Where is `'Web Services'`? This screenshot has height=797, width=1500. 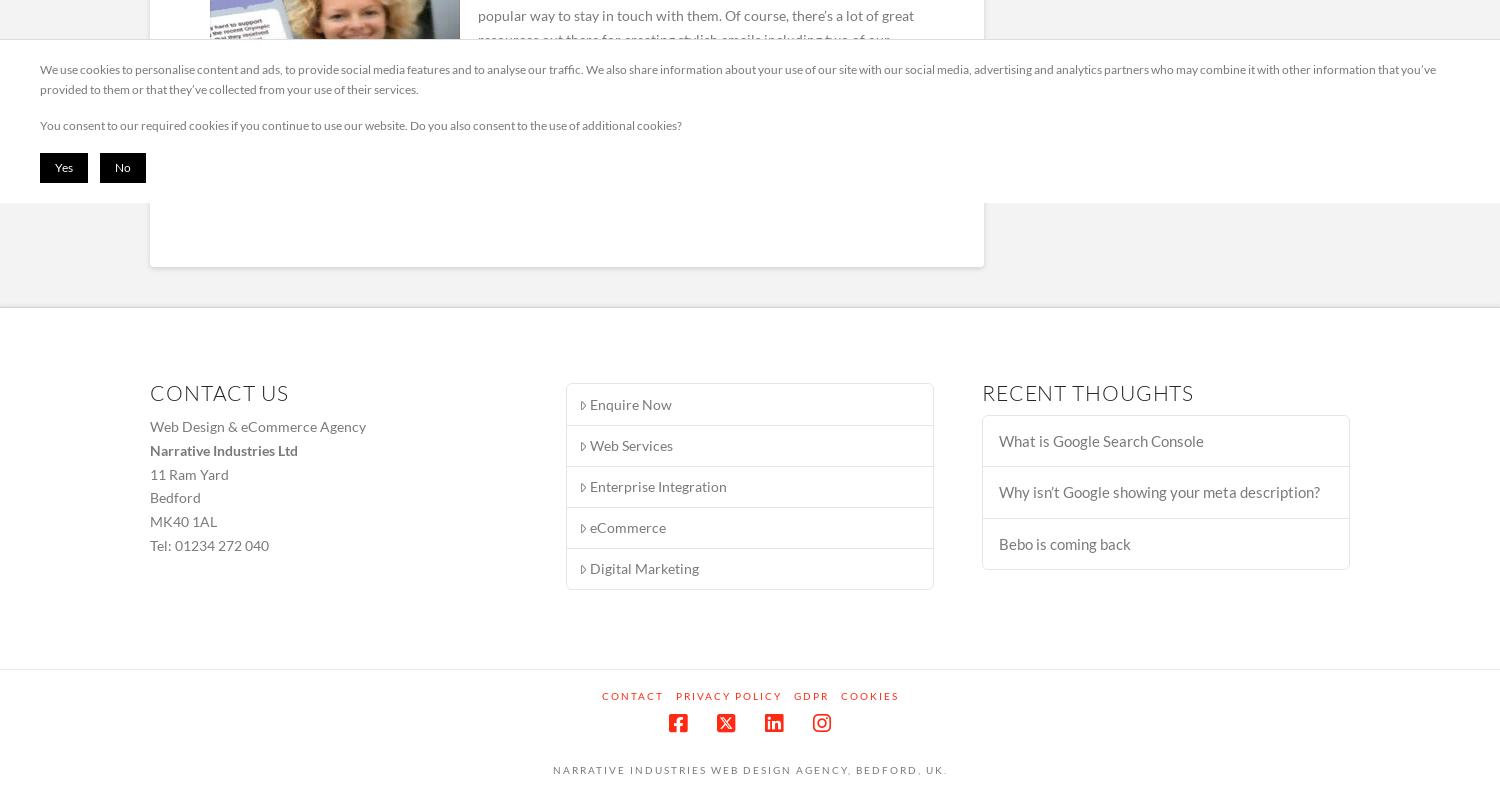 'Web Services' is located at coordinates (631, 443).